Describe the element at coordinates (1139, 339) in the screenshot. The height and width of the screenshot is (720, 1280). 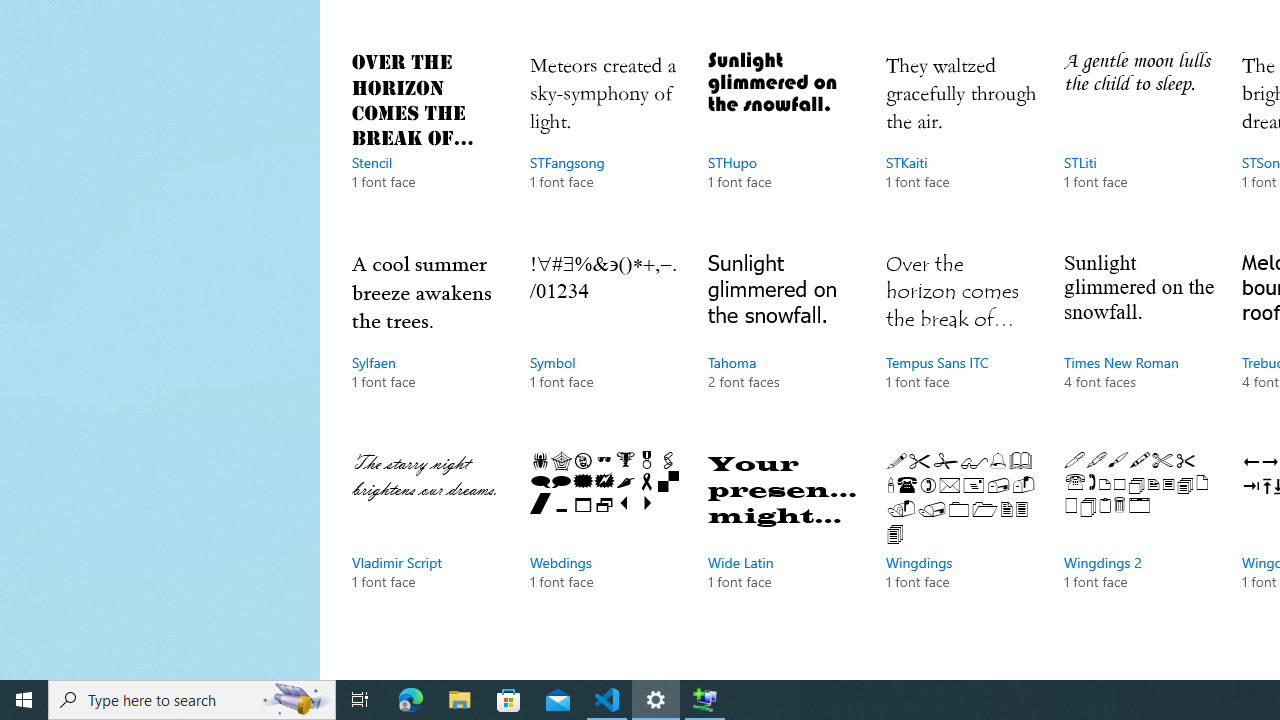
I see `'Times New Roman, 4 font faces'` at that location.